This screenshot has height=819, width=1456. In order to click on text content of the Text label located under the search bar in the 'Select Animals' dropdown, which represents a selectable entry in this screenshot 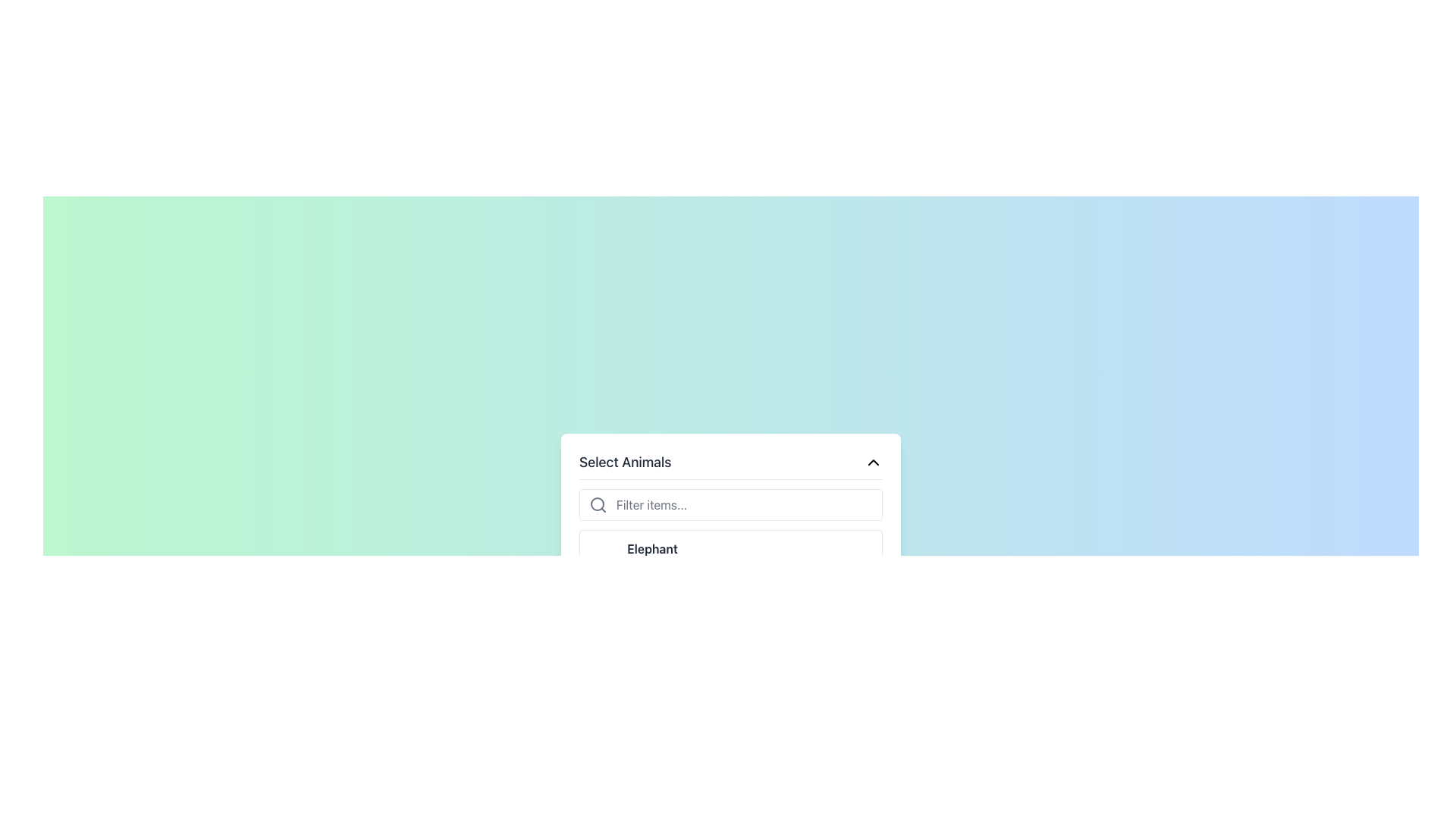, I will do `click(652, 548)`.